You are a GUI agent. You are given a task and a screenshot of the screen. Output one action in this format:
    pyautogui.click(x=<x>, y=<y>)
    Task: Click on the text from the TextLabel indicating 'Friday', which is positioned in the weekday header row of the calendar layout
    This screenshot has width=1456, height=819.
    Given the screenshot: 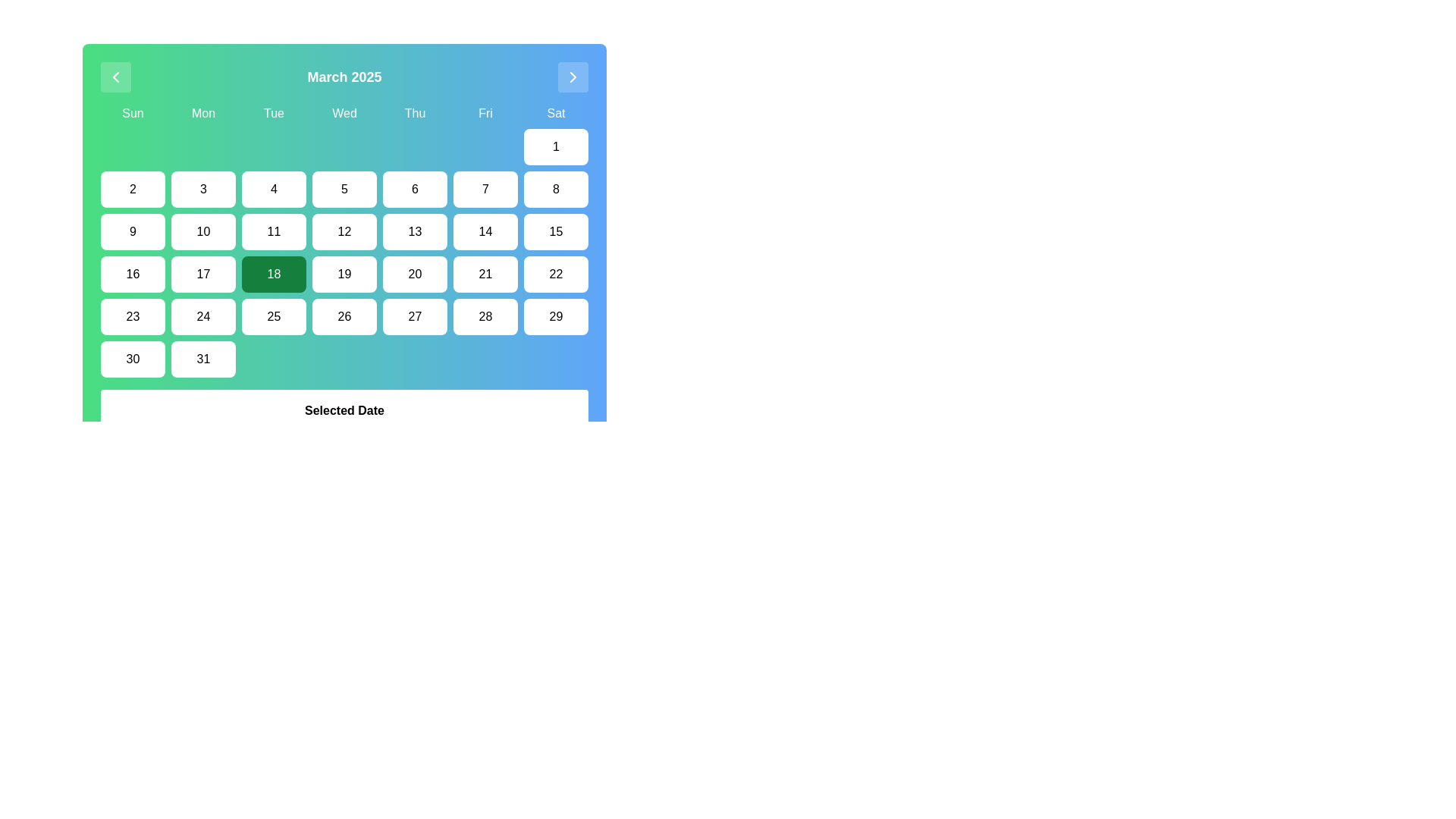 What is the action you would take?
    pyautogui.click(x=485, y=113)
    